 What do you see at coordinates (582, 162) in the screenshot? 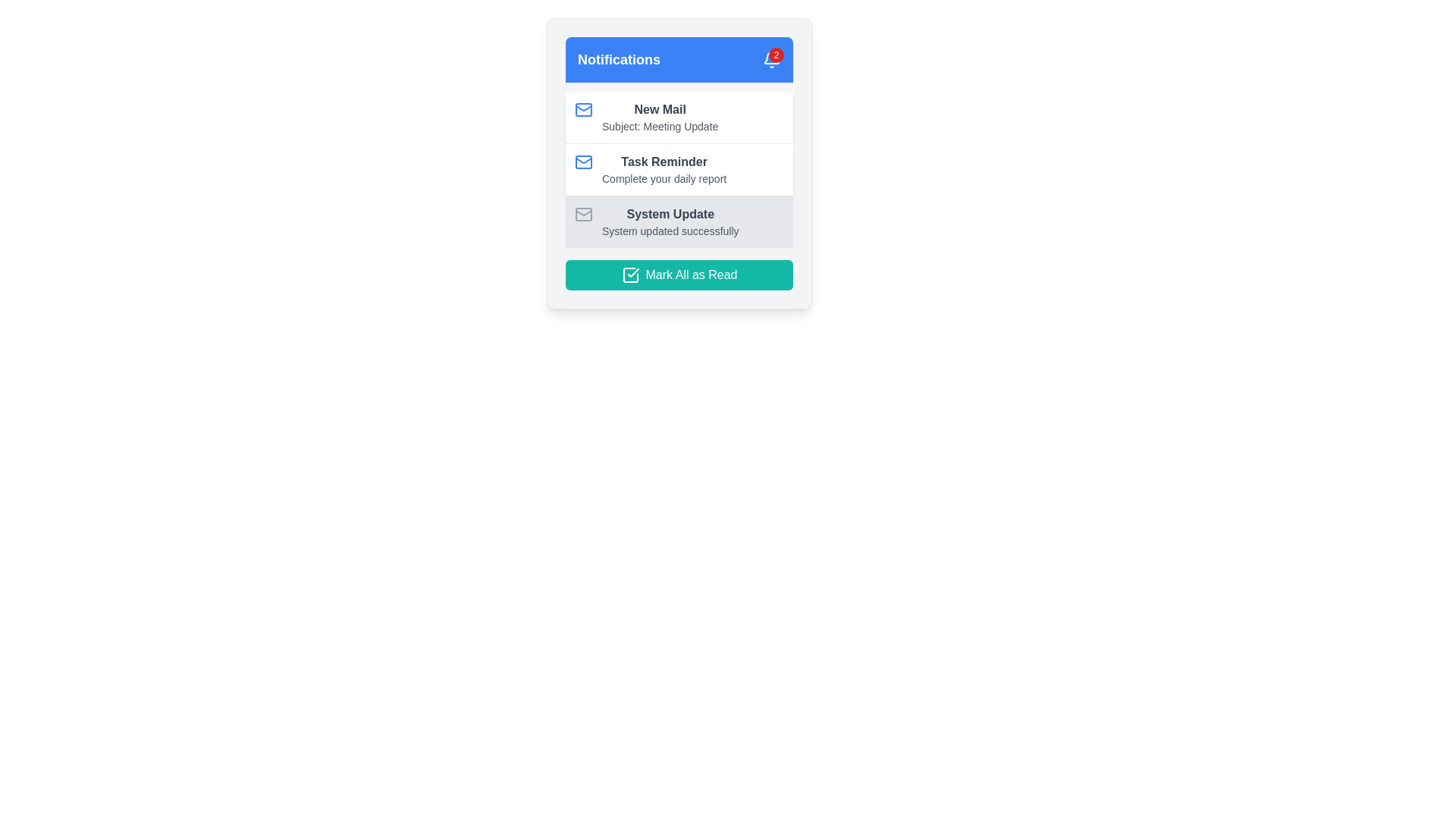
I see `mail envelope icon located to the left of the 'Task Reminder' text in the notification list` at bounding box center [582, 162].